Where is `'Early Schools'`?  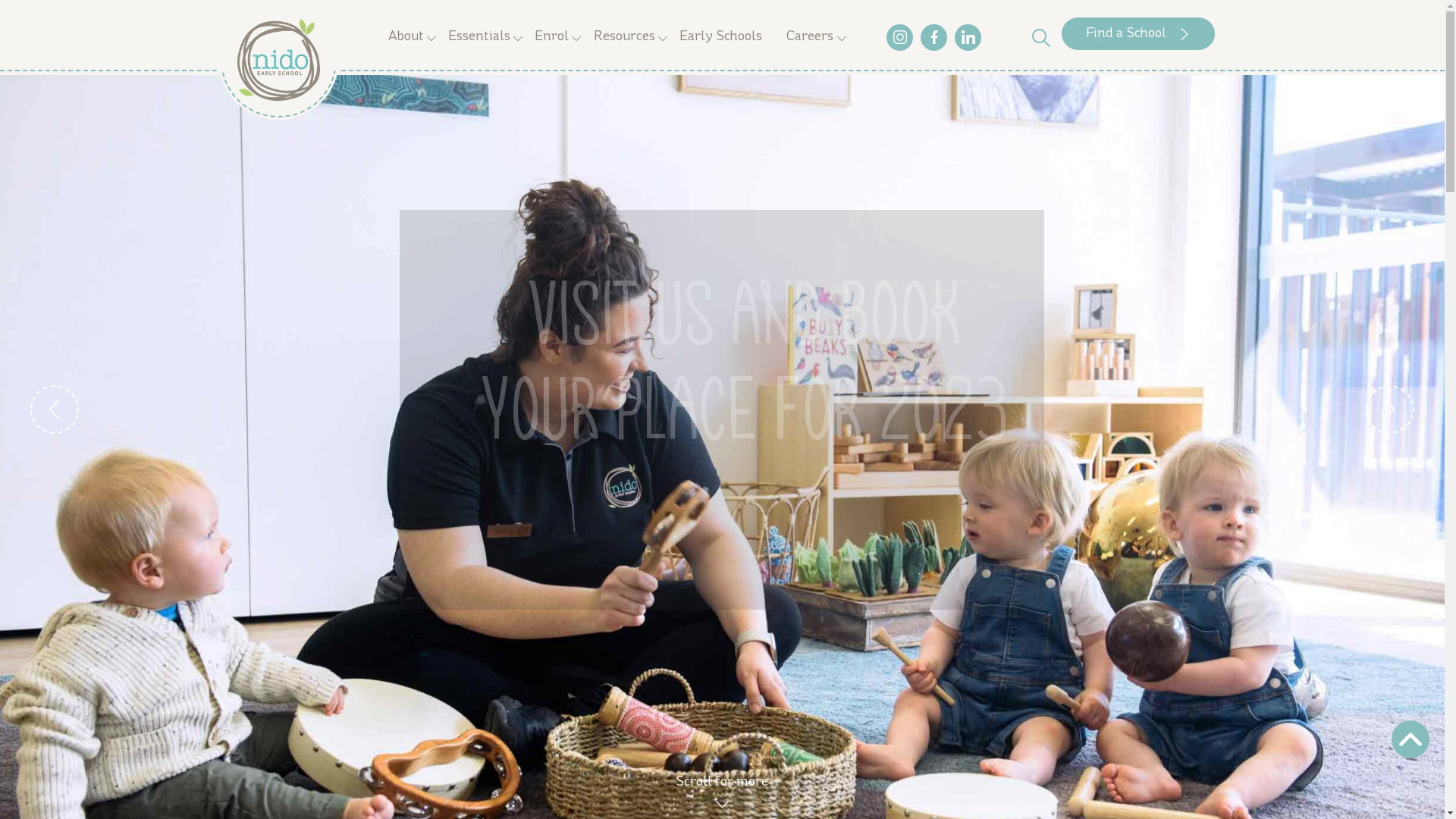 'Early Schools' is located at coordinates (720, 36).